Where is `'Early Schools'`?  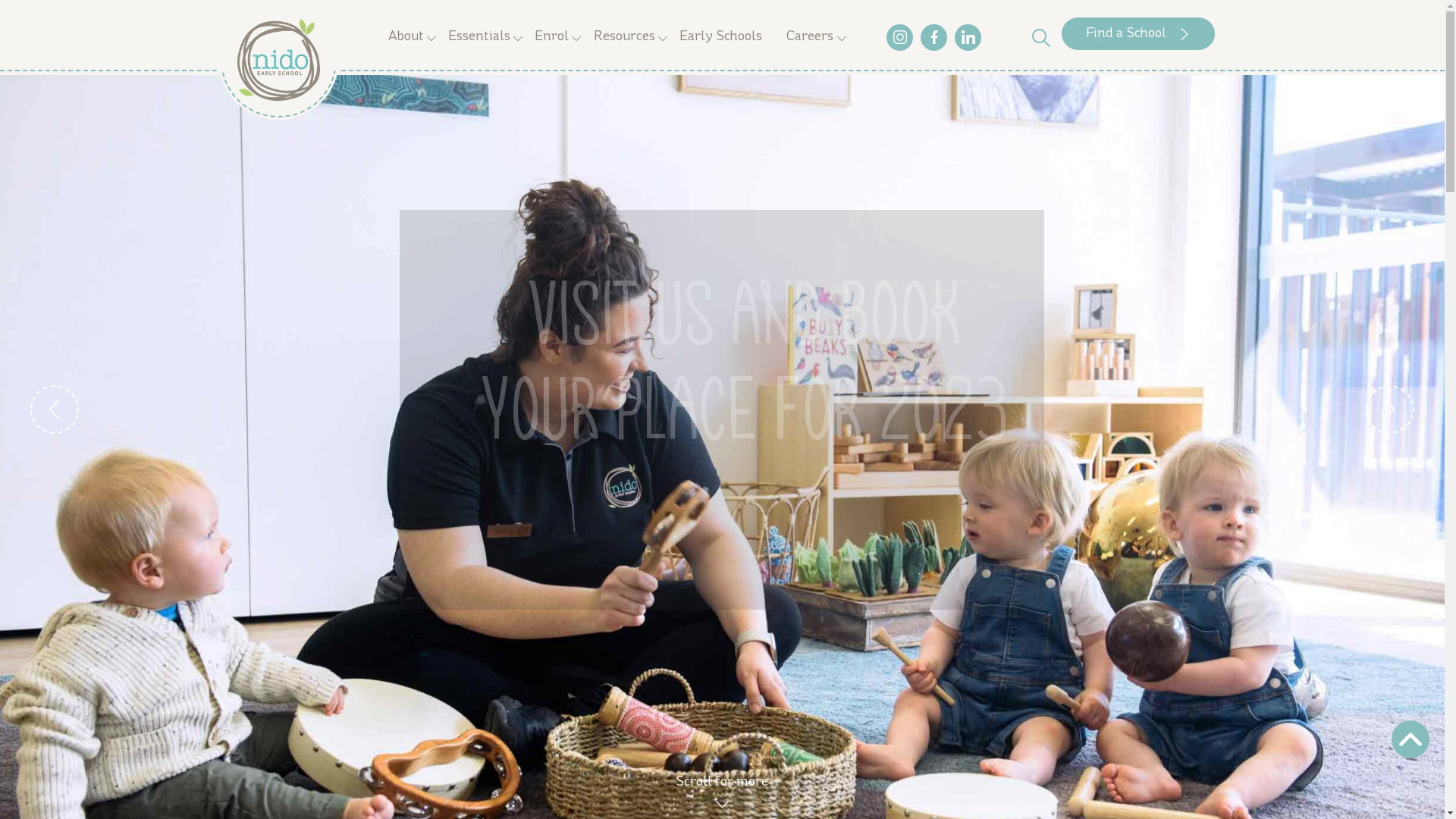 'Early Schools' is located at coordinates (720, 36).